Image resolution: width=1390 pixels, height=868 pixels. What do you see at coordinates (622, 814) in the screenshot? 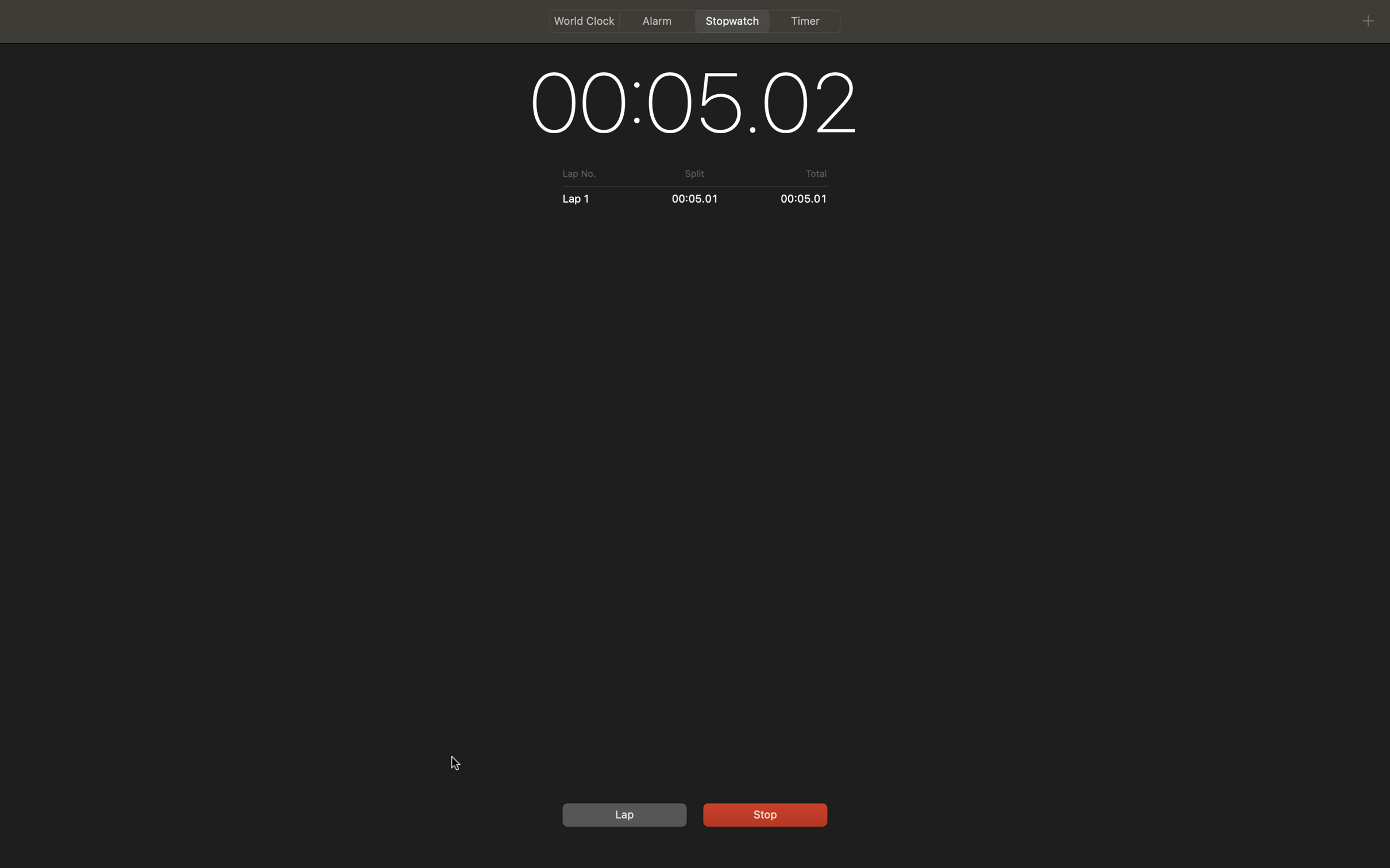
I see `the "lap or reset" button followed by the "start or stop" button` at bounding box center [622, 814].